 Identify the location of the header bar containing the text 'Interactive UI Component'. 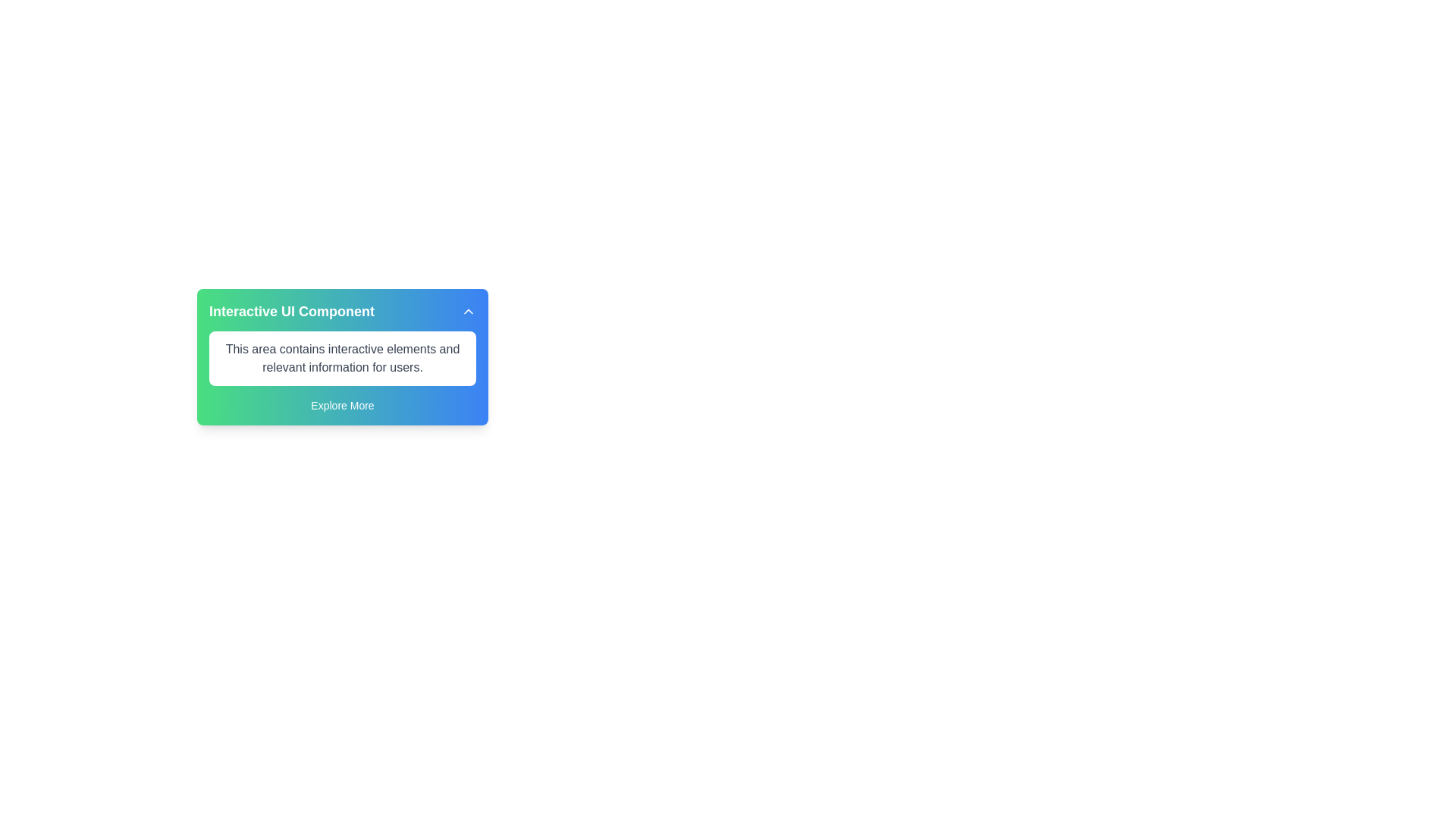
(341, 311).